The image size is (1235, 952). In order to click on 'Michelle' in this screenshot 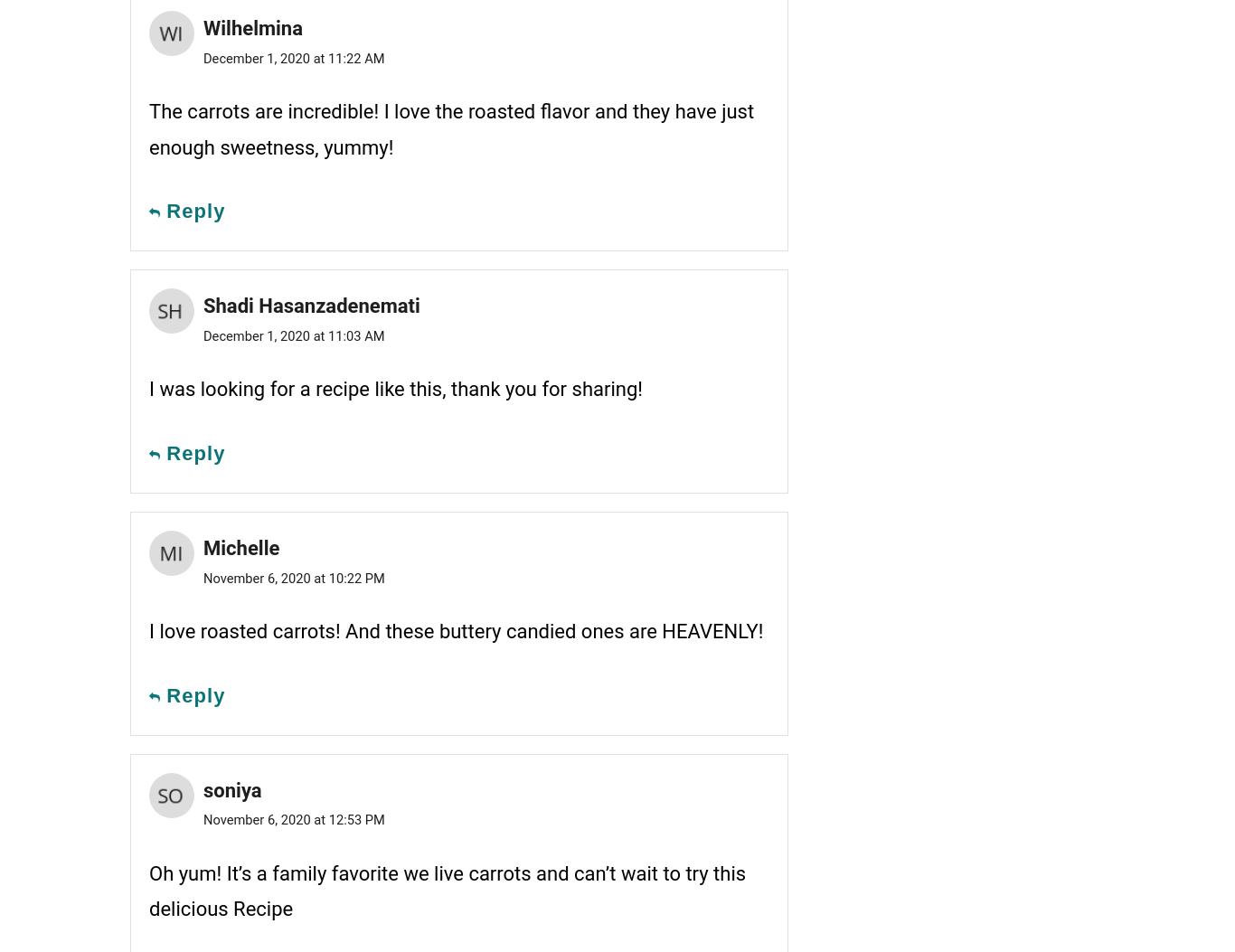, I will do `click(241, 547)`.